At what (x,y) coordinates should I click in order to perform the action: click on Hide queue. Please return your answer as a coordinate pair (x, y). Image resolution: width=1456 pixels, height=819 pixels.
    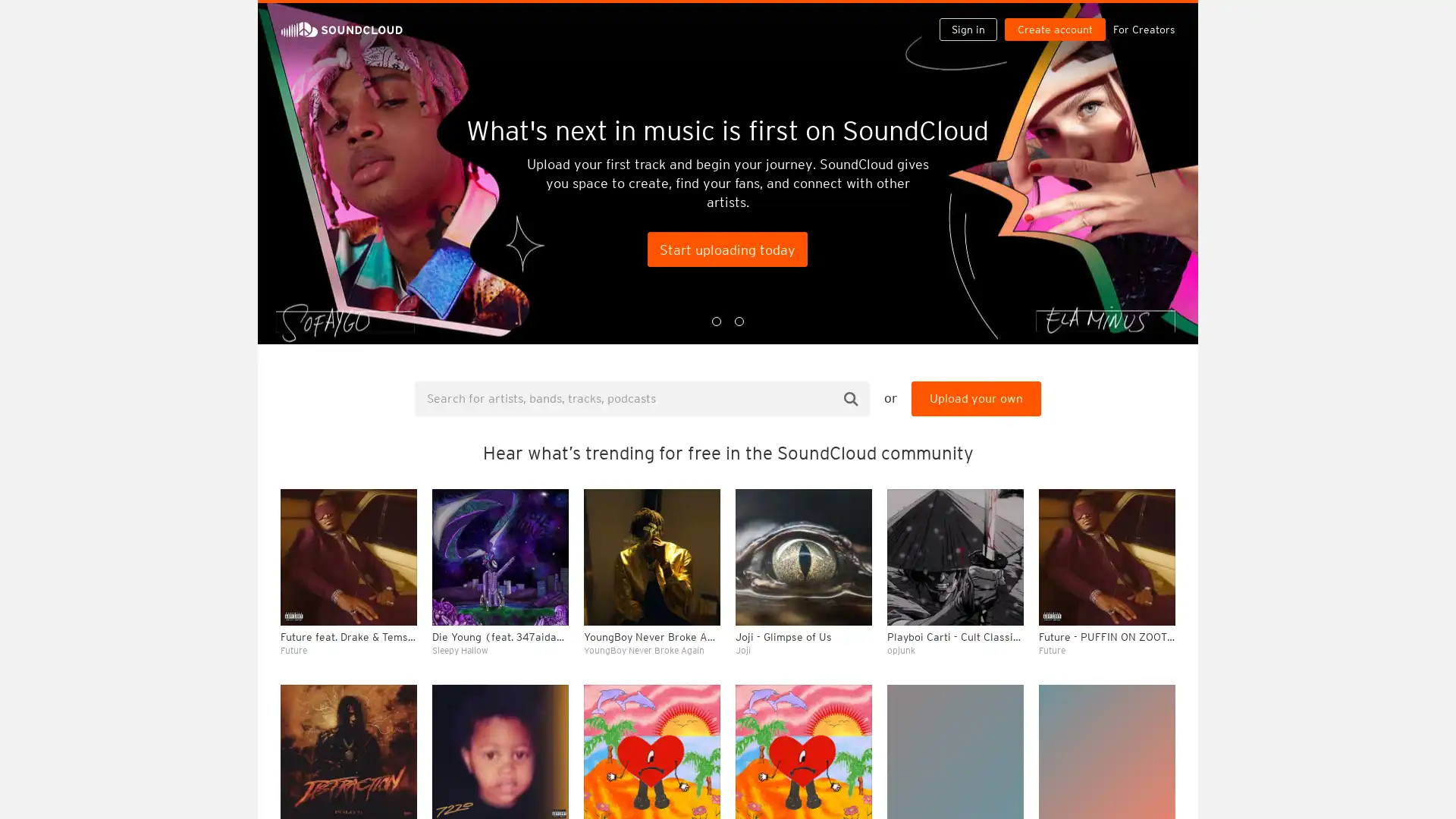
    Looking at the image, I should click on (1165, 414).